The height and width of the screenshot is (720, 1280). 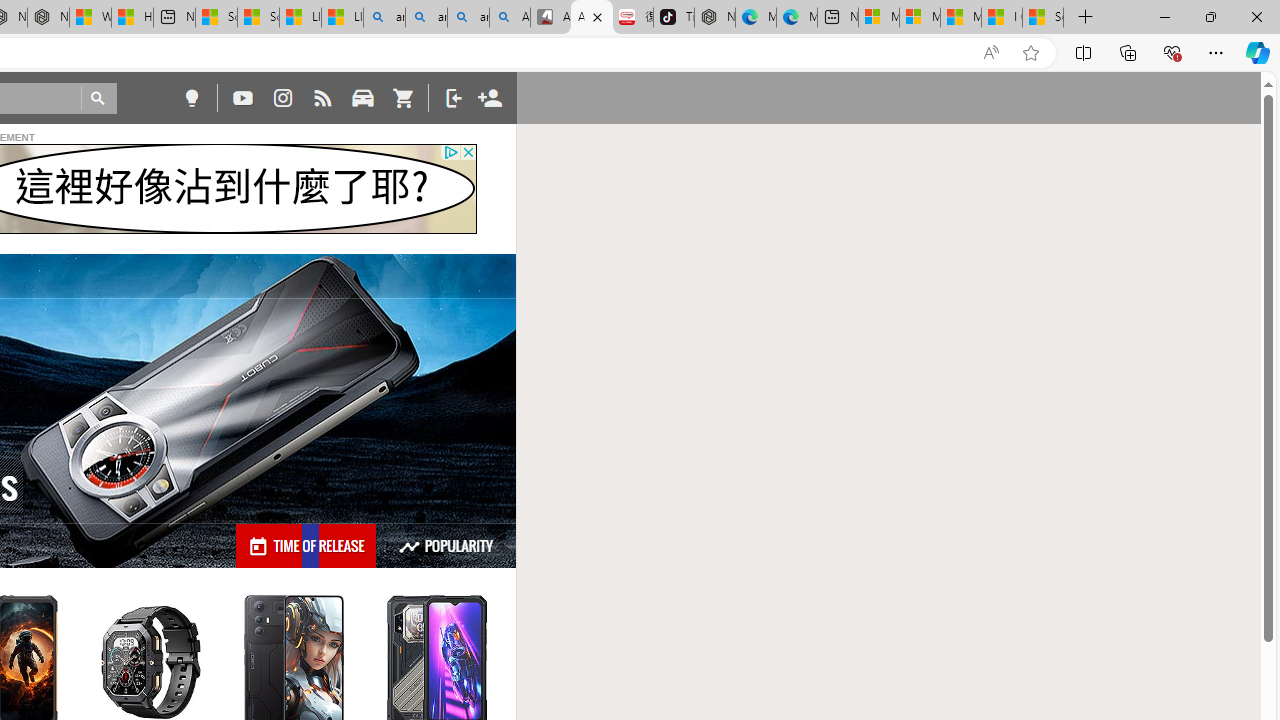 What do you see at coordinates (425, 17) in the screenshot?
I see `'amazon - Search'` at bounding box center [425, 17].